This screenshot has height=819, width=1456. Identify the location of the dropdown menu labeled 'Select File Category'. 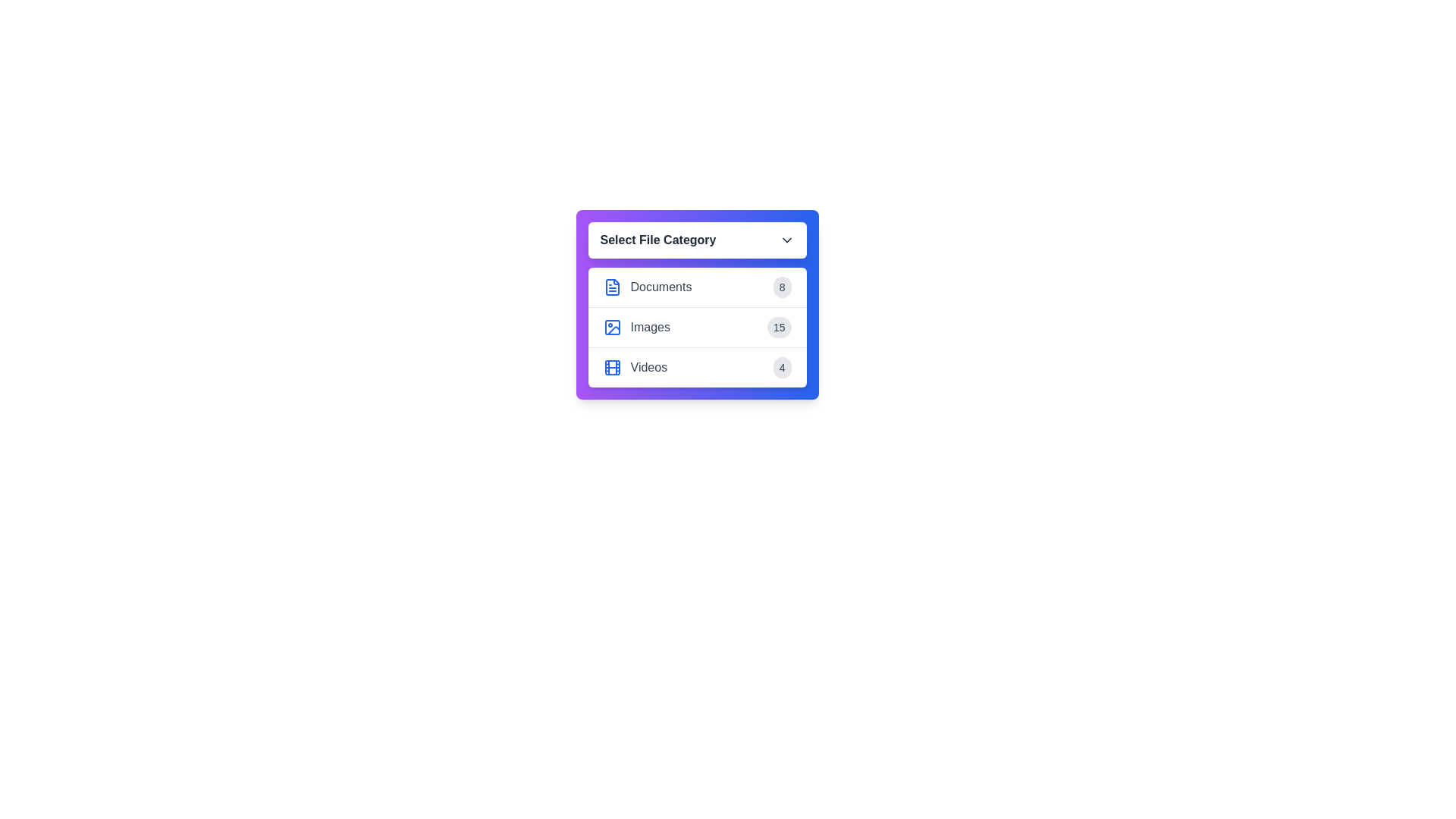
(696, 304).